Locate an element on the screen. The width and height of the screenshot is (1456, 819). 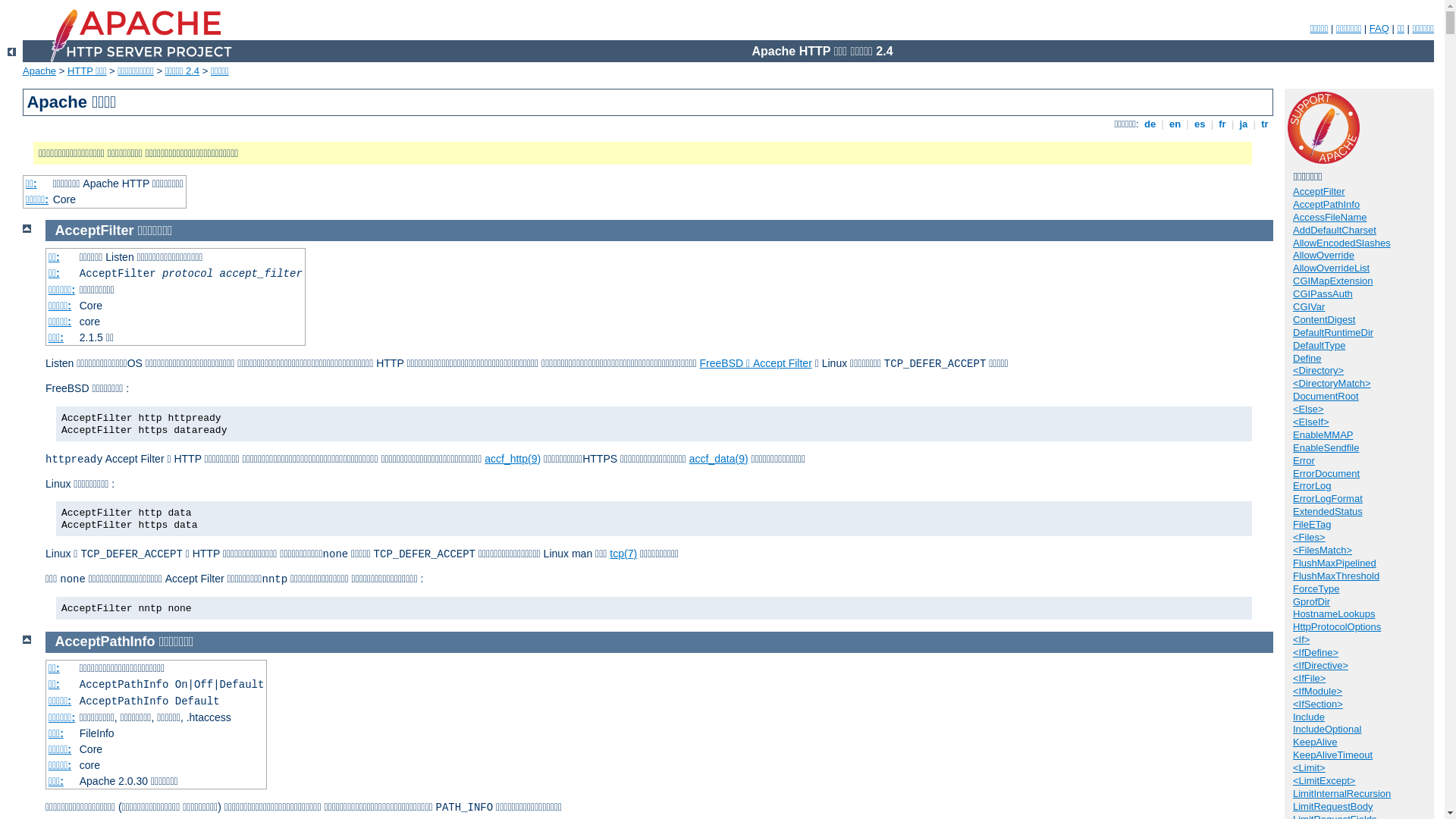
'DocumentRoot' is located at coordinates (1291, 395).